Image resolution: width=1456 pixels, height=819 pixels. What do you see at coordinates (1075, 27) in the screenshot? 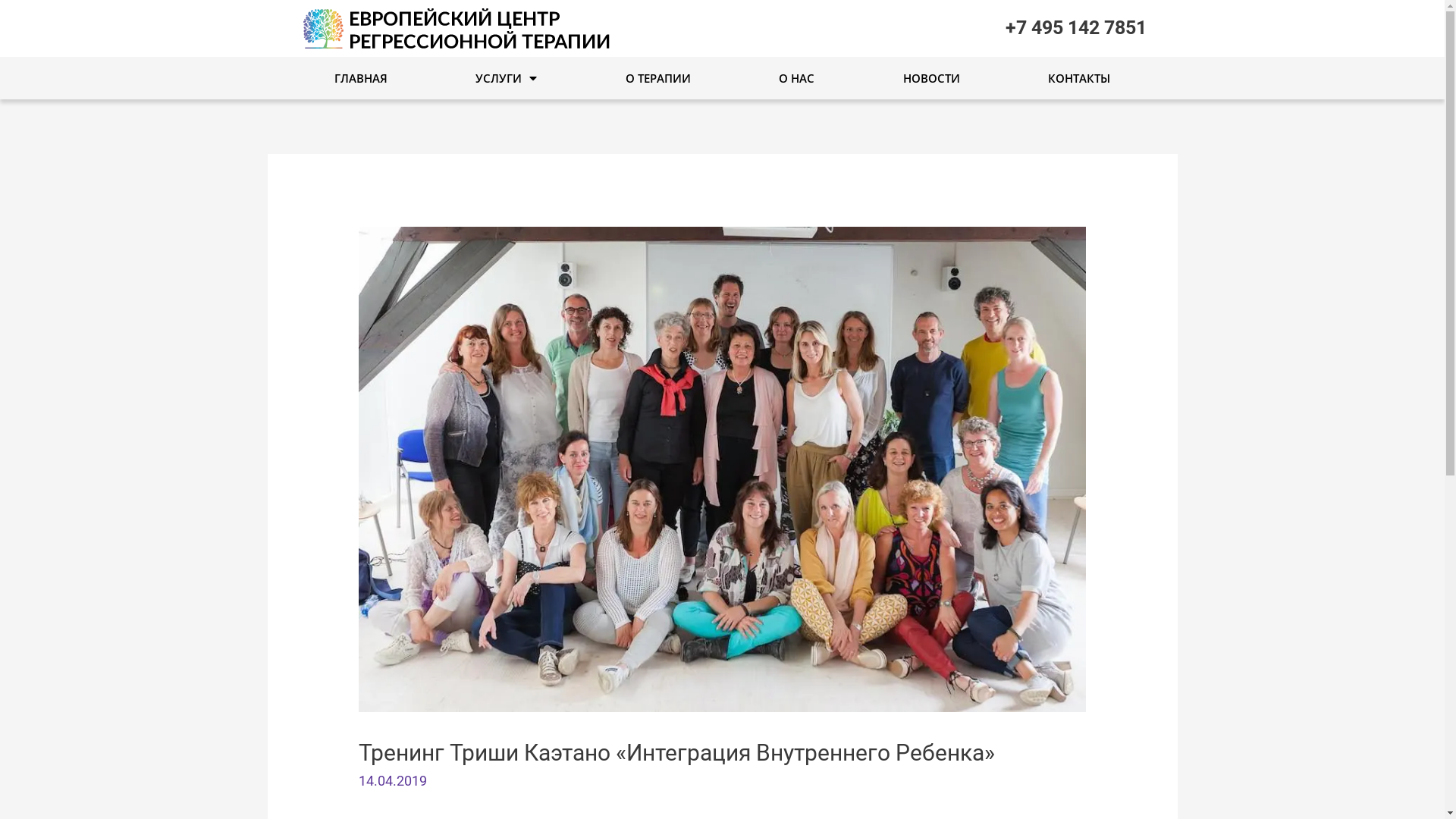
I see `'+7 495 142 7851'` at bounding box center [1075, 27].